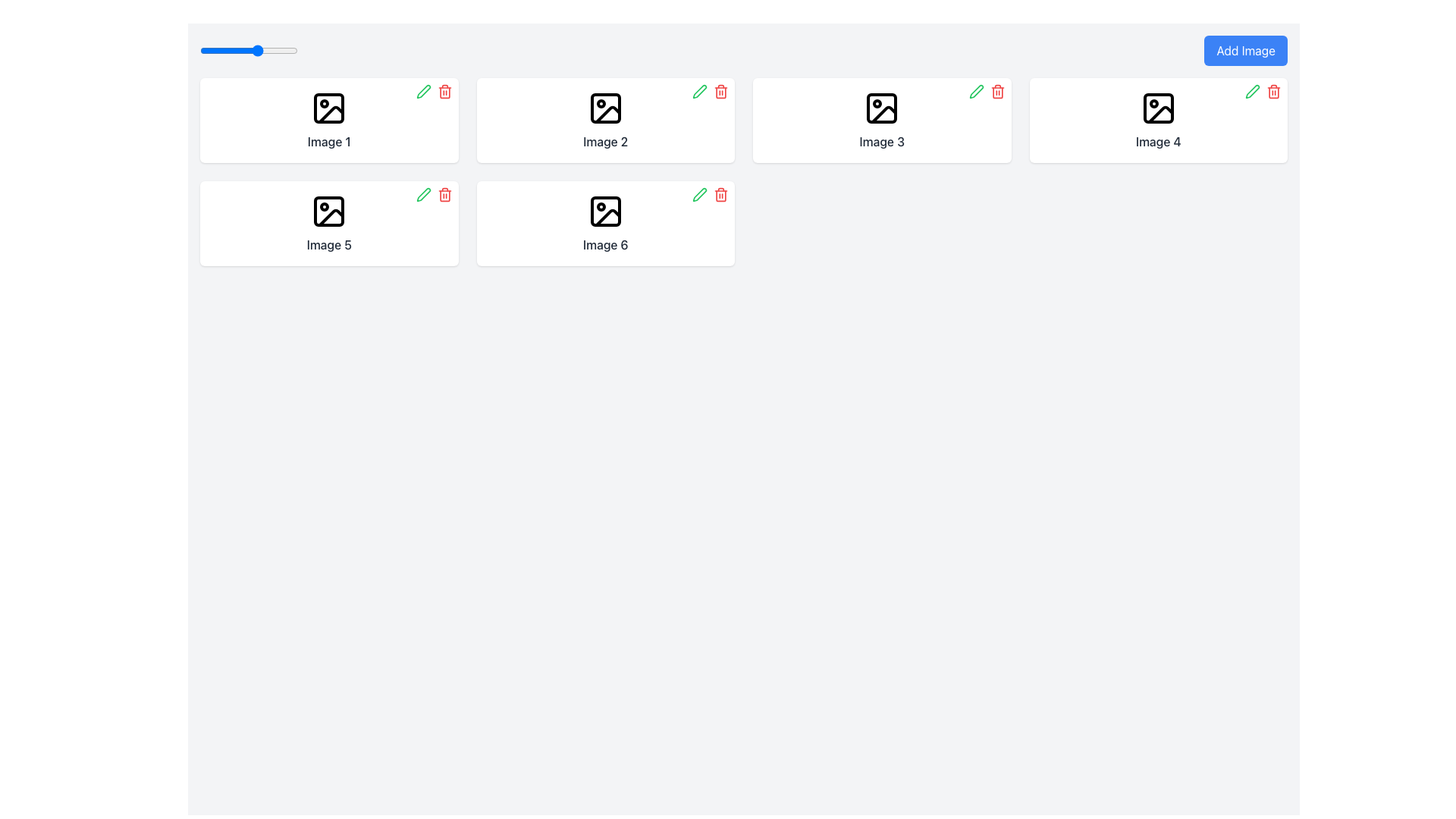  Describe the element at coordinates (604, 107) in the screenshot. I see `the rounded rectangle graphical shape with a black outline located centrally within the image icon` at that location.